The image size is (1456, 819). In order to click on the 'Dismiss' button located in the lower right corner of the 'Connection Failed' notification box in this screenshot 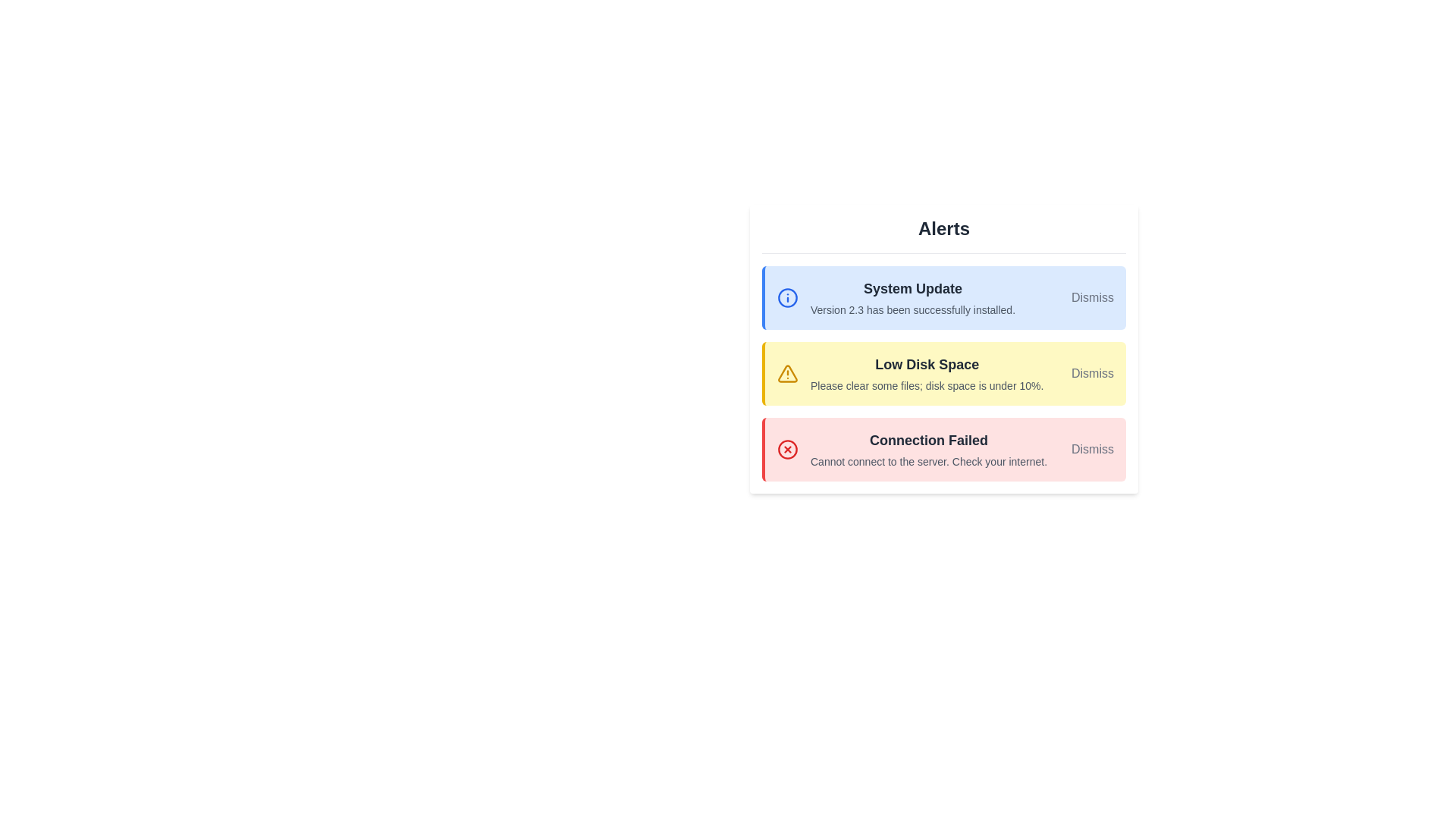, I will do `click(1092, 449)`.